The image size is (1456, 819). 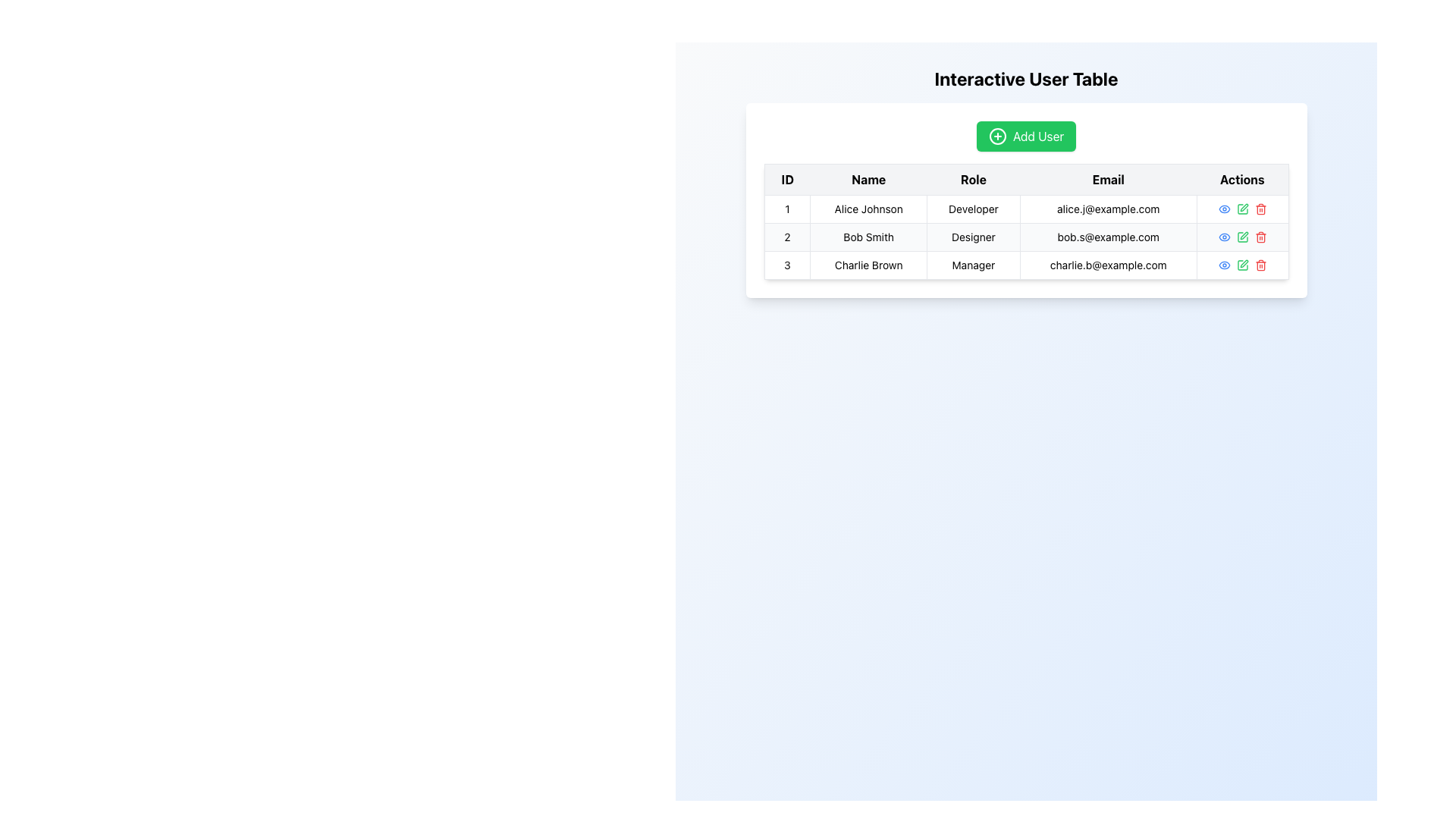 What do you see at coordinates (1244, 236) in the screenshot?
I see `the Edit icon located in the Actions column of the second row in the table` at bounding box center [1244, 236].